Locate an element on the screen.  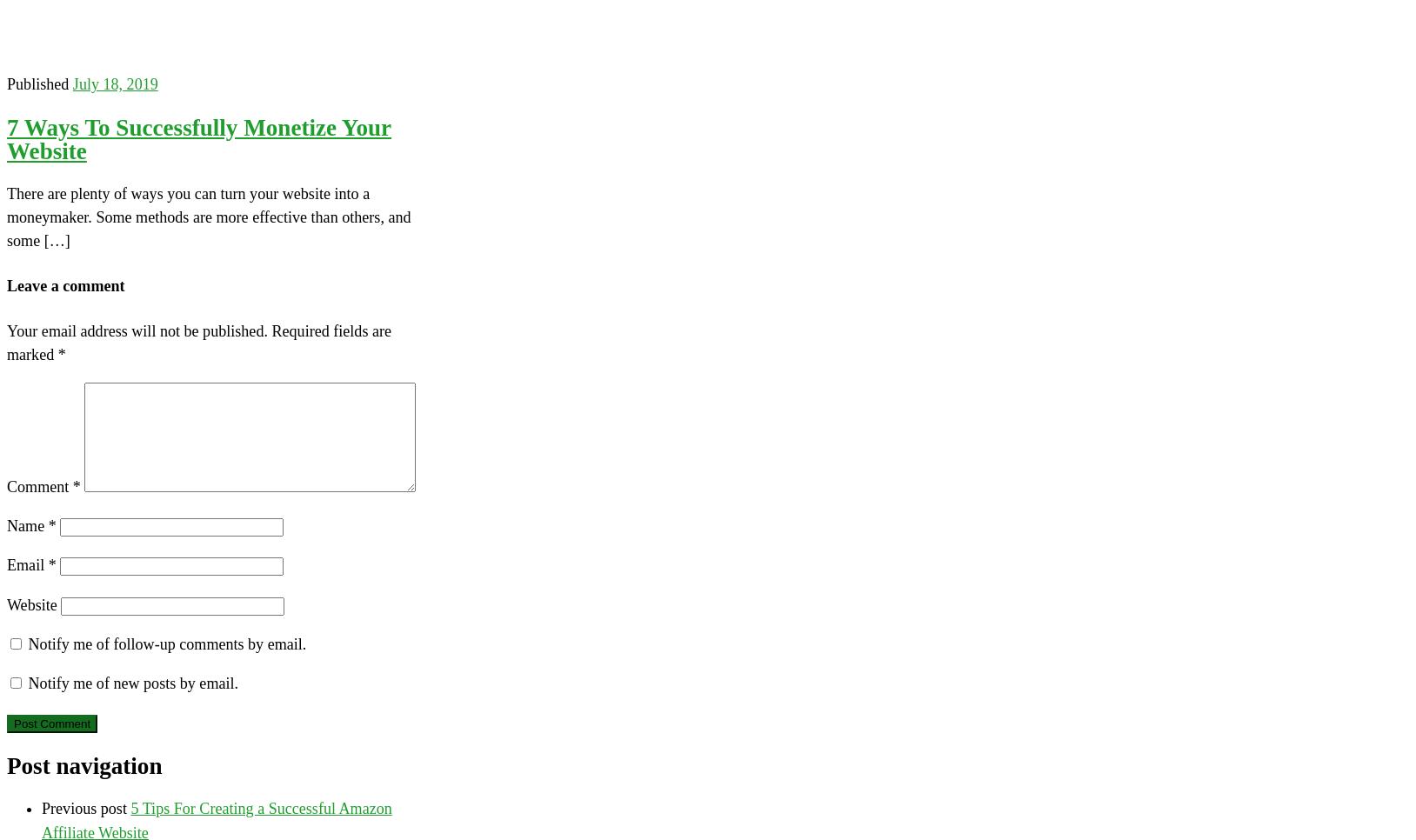
'Your email address will not be published.' is located at coordinates (136, 330).